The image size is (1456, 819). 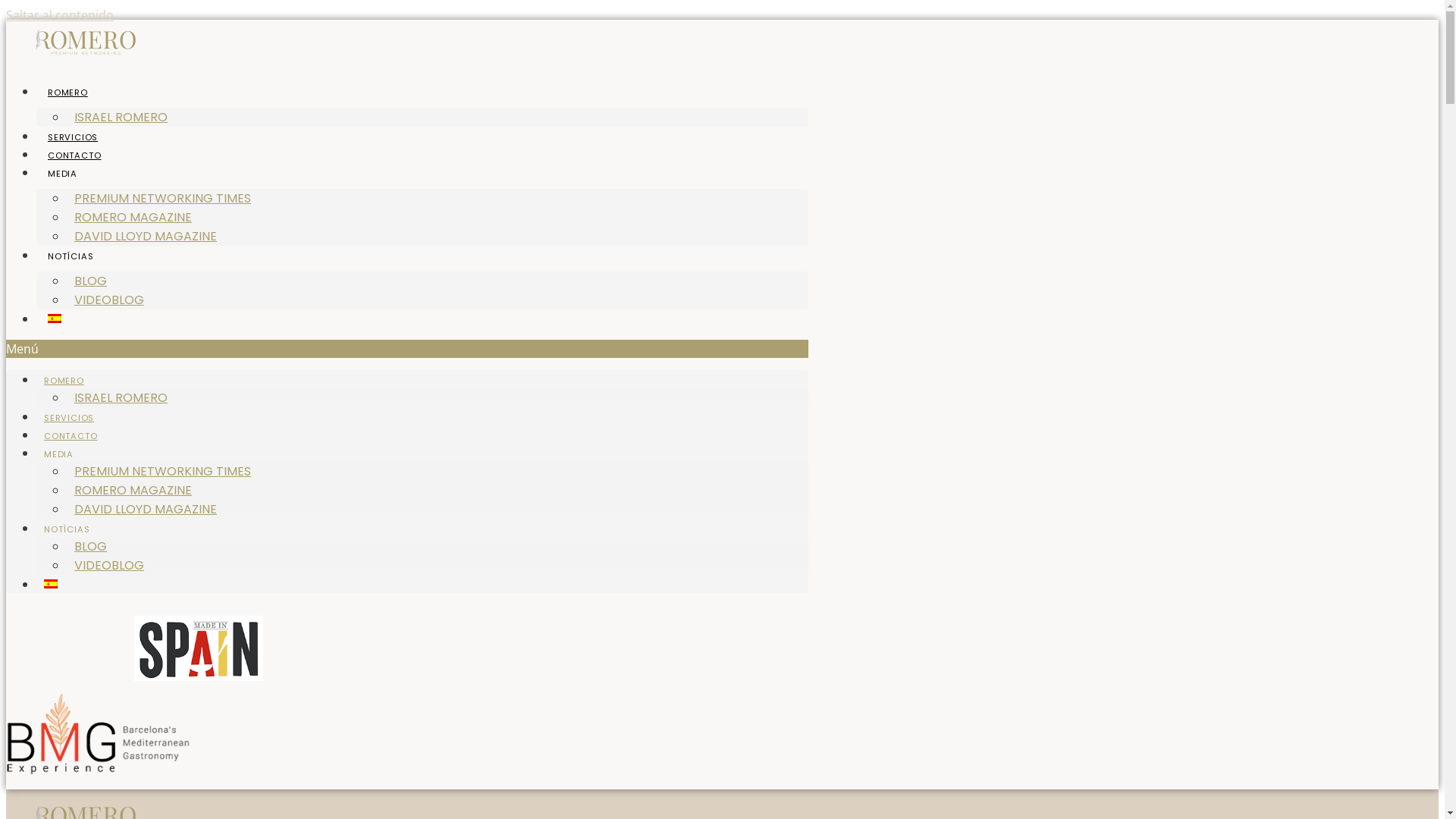 I want to click on 'Saltar al contenido', so click(x=59, y=14).